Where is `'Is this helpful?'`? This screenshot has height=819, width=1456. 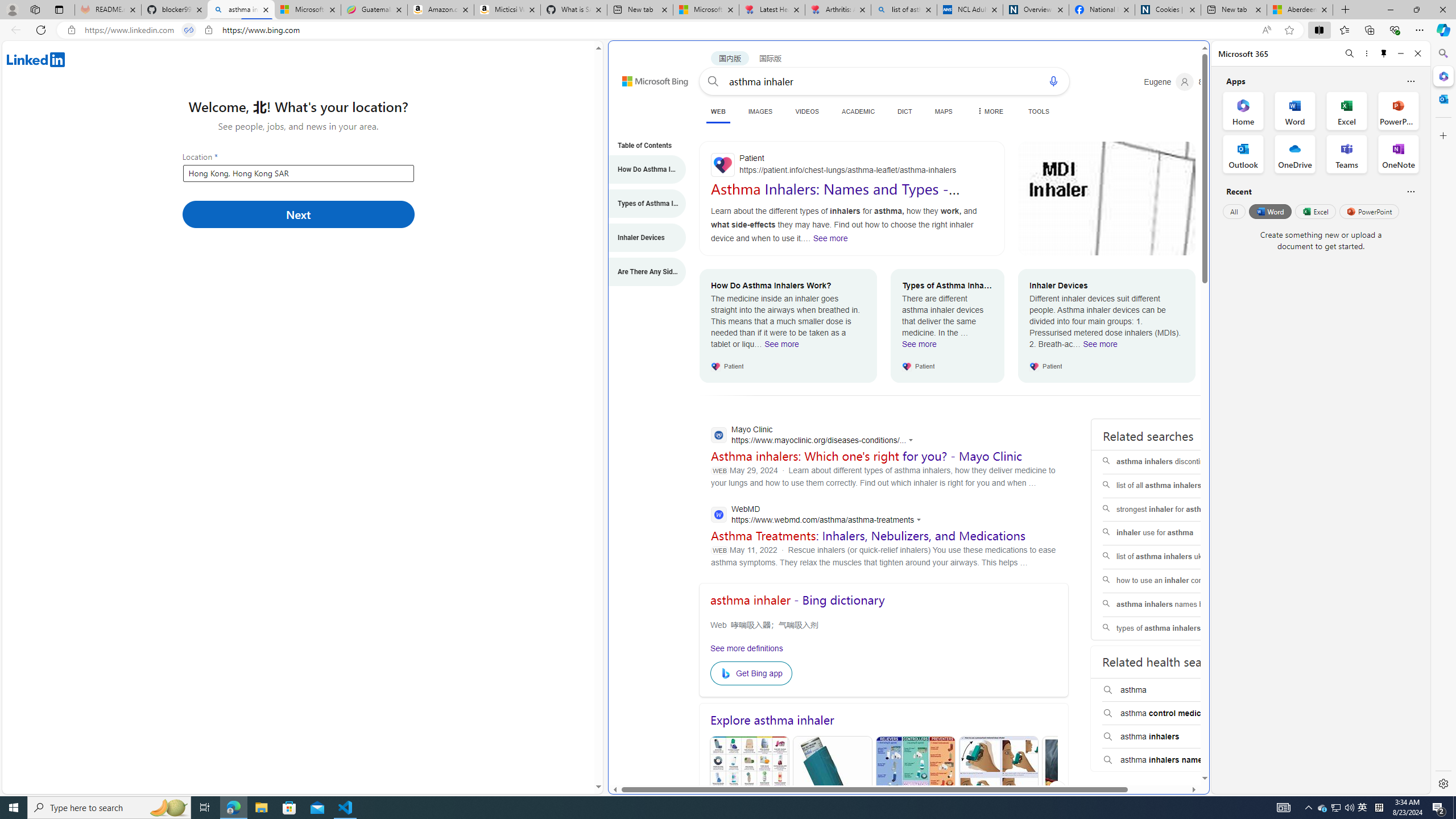
'Is this helpful?' is located at coordinates (1410, 191).